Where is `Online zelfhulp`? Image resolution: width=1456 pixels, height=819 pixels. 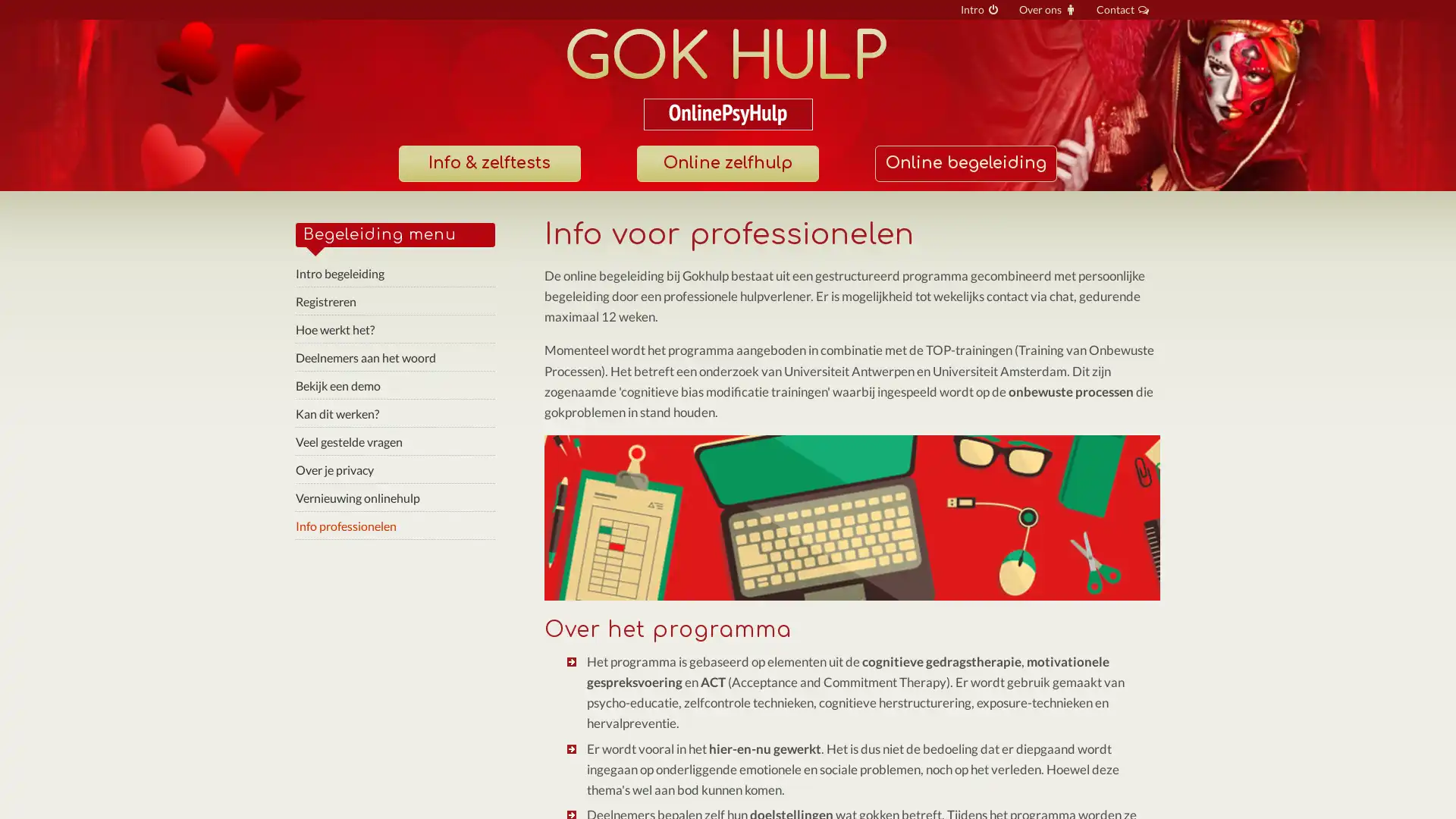 Online zelfhulp is located at coordinates (726, 163).